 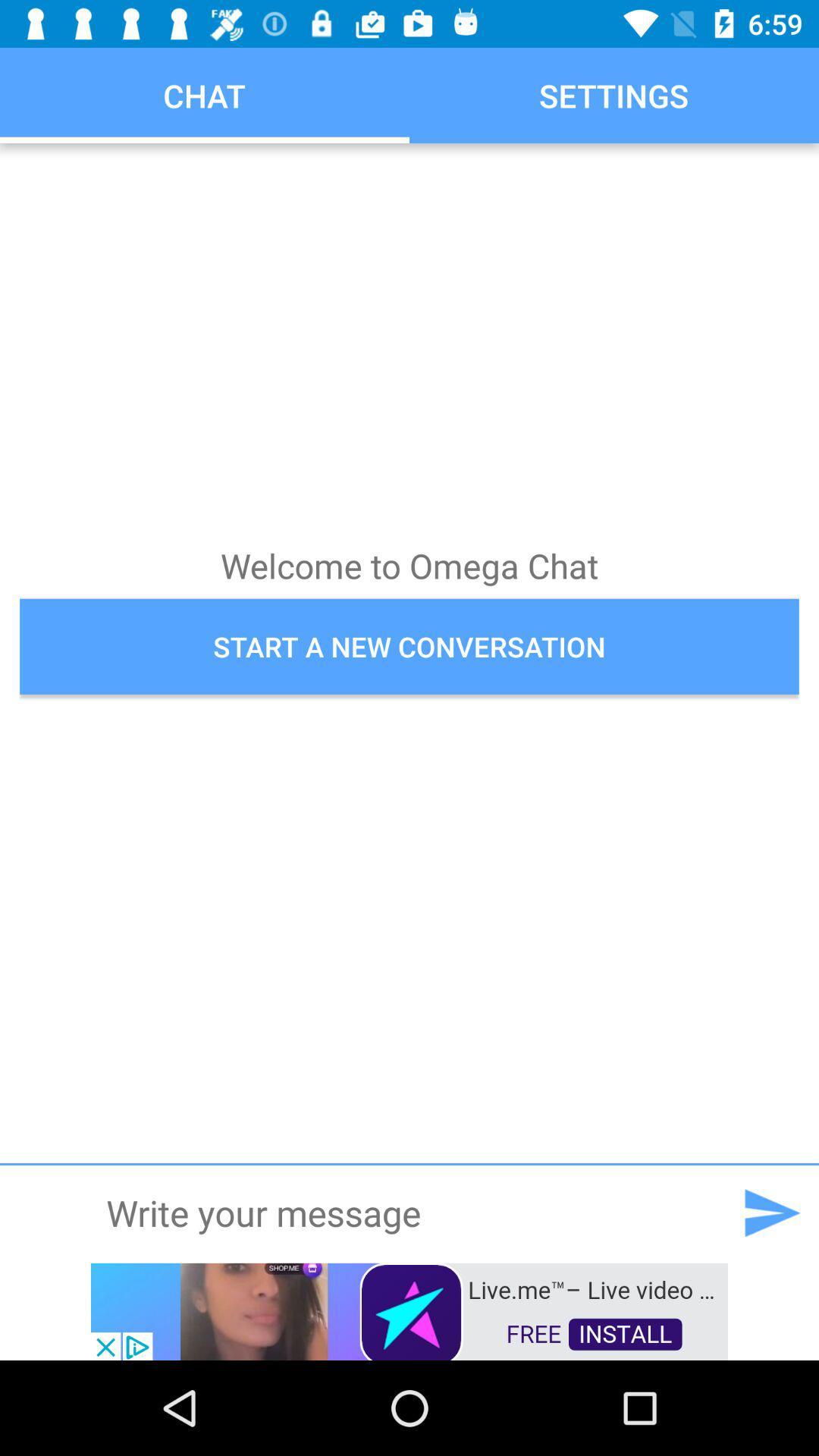 What do you see at coordinates (409, 1310) in the screenshot?
I see `advertisement` at bounding box center [409, 1310].